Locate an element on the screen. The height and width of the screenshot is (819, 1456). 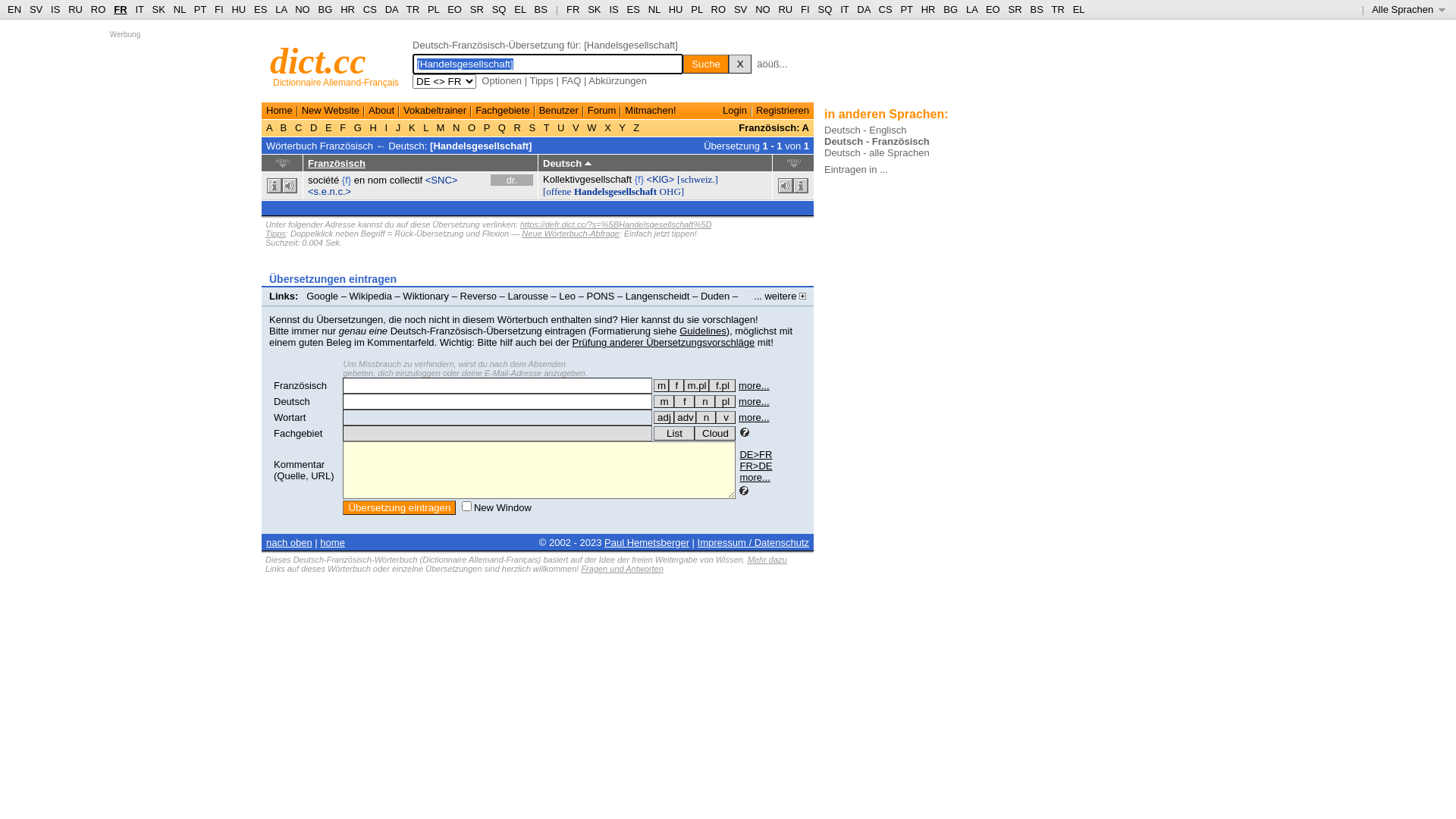
'Deutsch - alle Sprachen' is located at coordinates (877, 152).